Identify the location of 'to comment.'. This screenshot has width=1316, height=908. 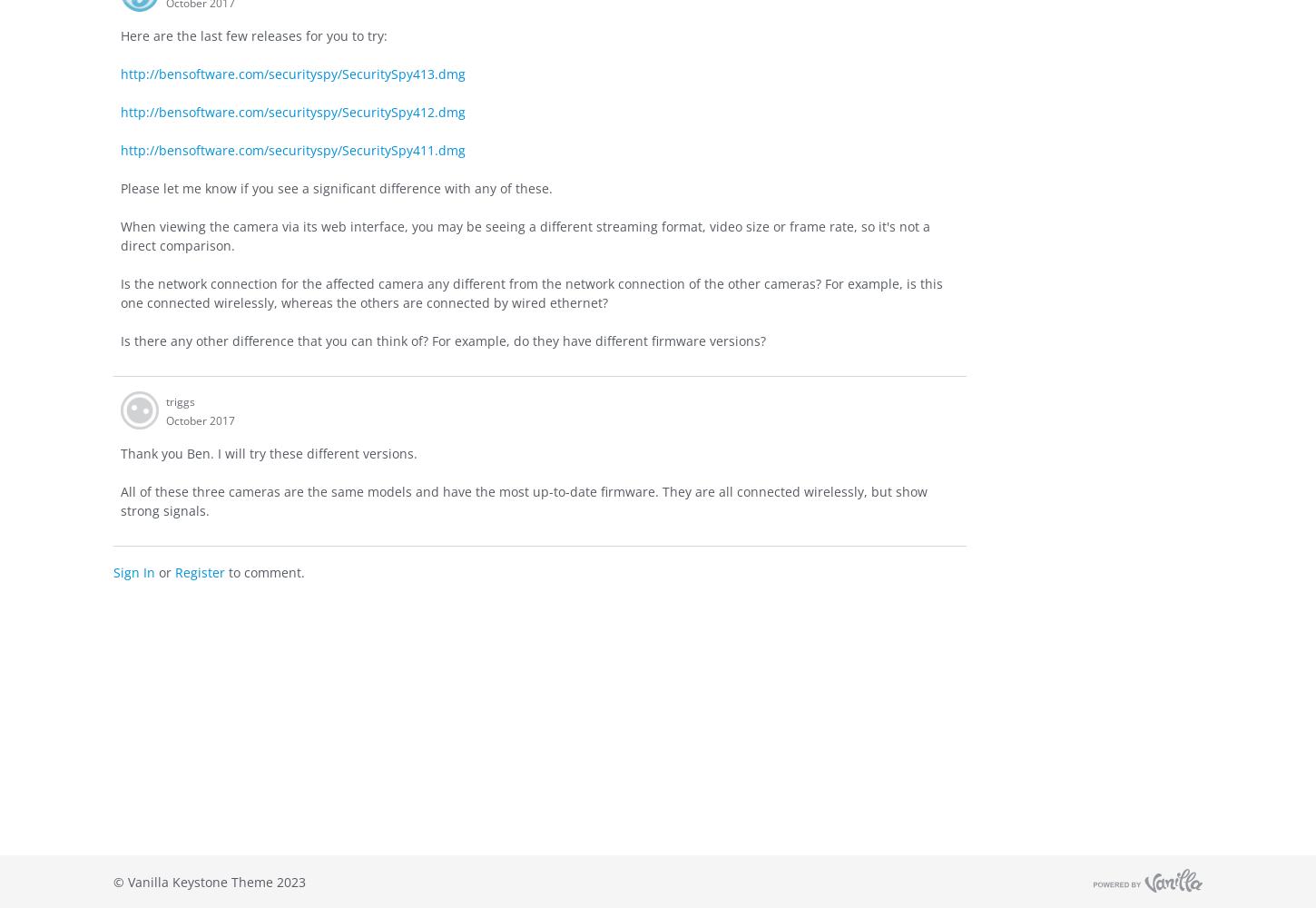
(265, 571).